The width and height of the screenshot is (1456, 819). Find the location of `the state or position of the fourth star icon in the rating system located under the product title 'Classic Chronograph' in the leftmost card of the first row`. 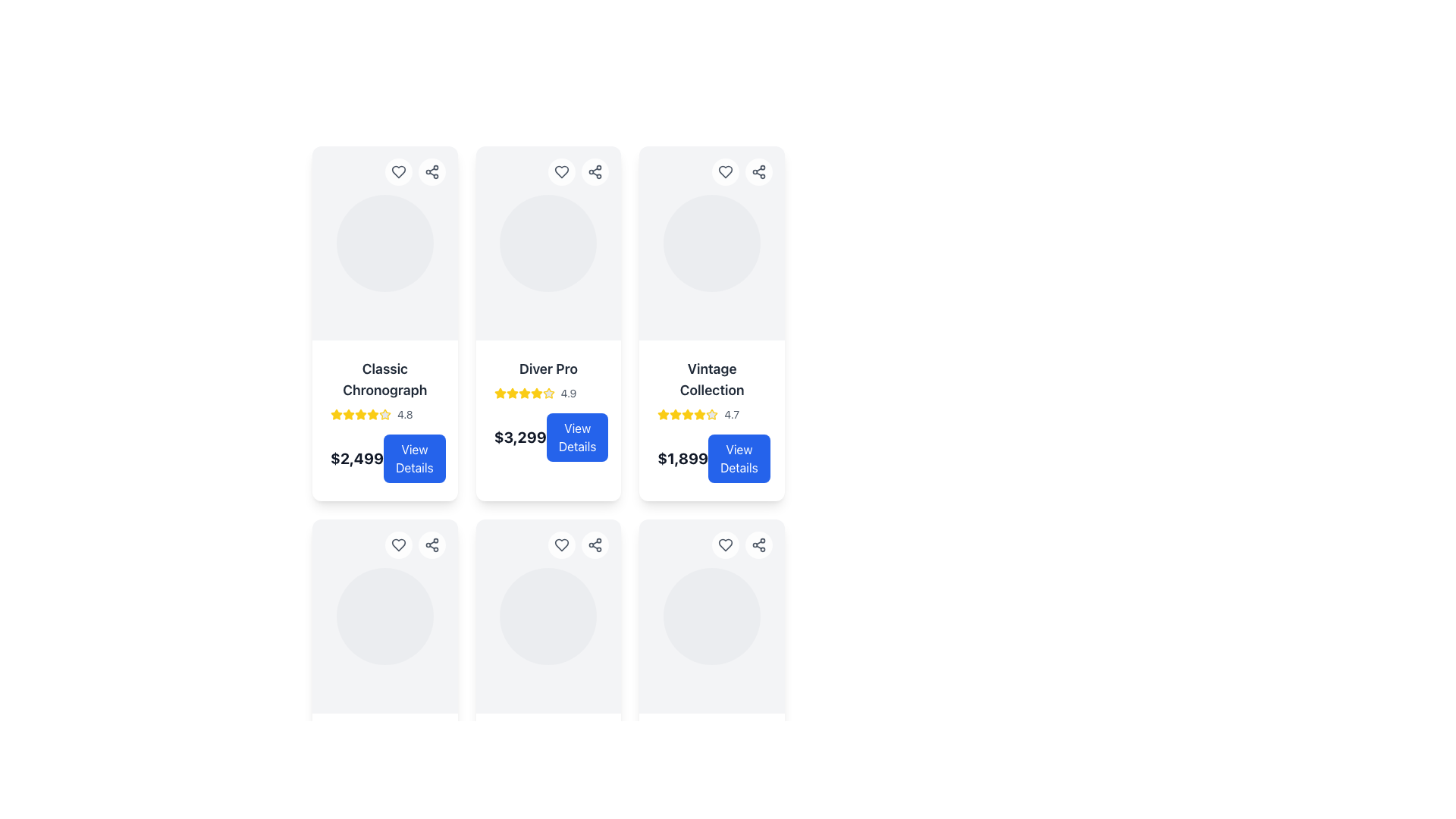

the state or position of the fourth star icon in the rating system located under the product title 'Classic Chronograph' in the leftmost card of the first row is located at coordinates (359, 414).